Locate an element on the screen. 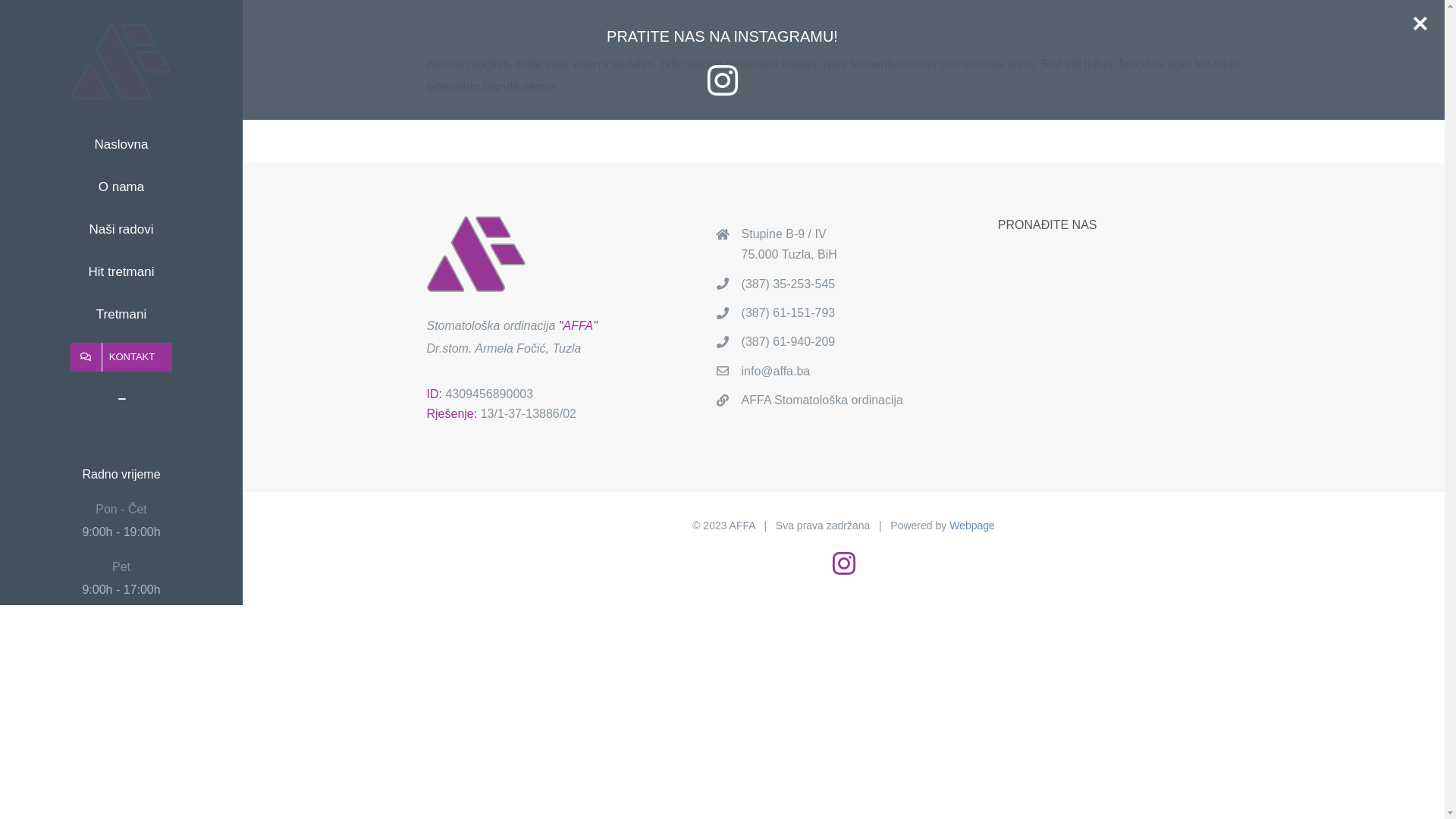 This screenshot has width=1456, height=819. 'Toggle Sliding Bar' is located at coordinates (120, 399).